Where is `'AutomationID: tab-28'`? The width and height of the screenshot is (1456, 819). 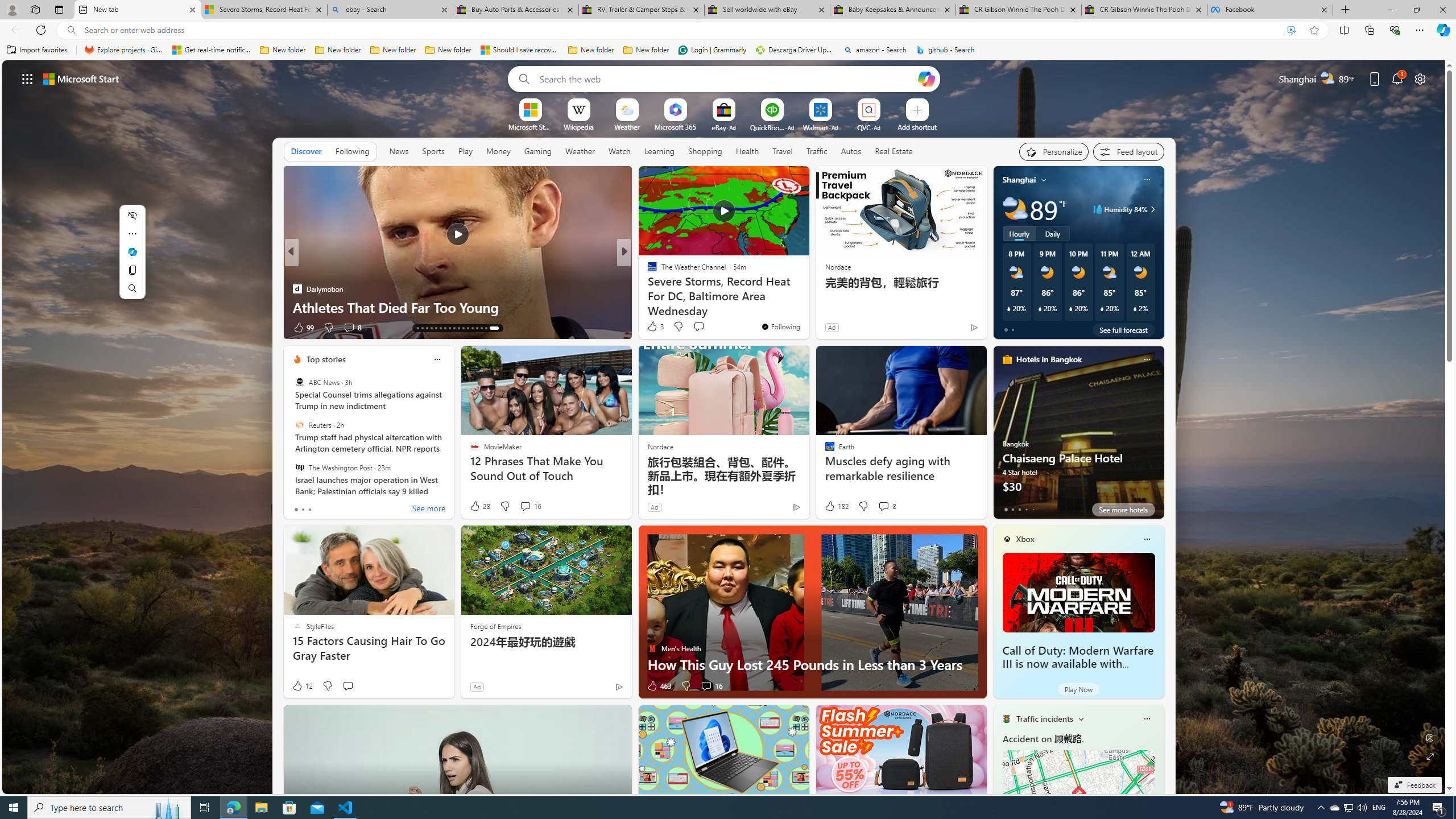
'AutomationID: tab-28' is located at coordinates (492, 328).